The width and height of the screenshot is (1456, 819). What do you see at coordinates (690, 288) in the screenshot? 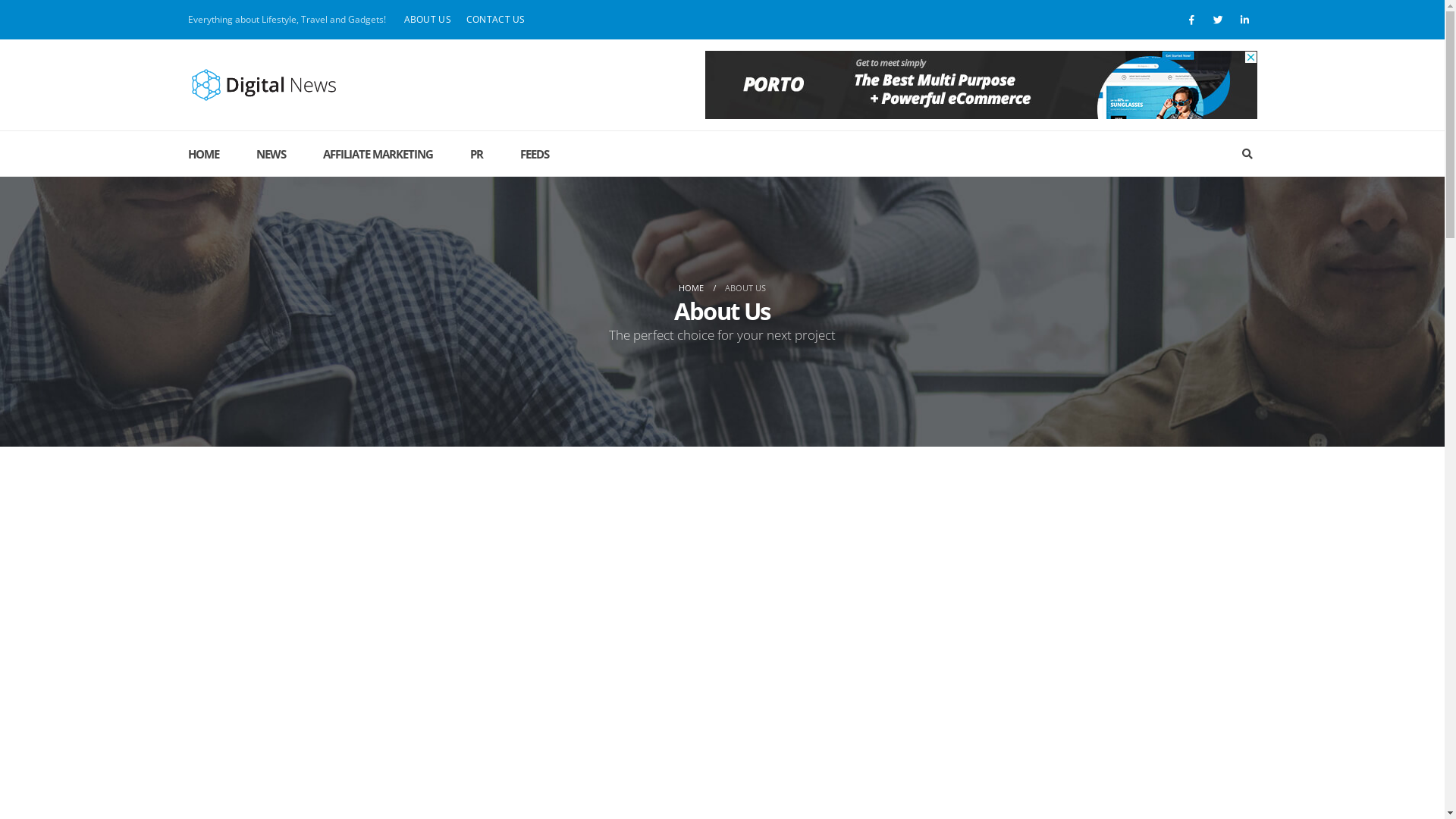
I see `'HOME'` at bounding box center [690, 288].